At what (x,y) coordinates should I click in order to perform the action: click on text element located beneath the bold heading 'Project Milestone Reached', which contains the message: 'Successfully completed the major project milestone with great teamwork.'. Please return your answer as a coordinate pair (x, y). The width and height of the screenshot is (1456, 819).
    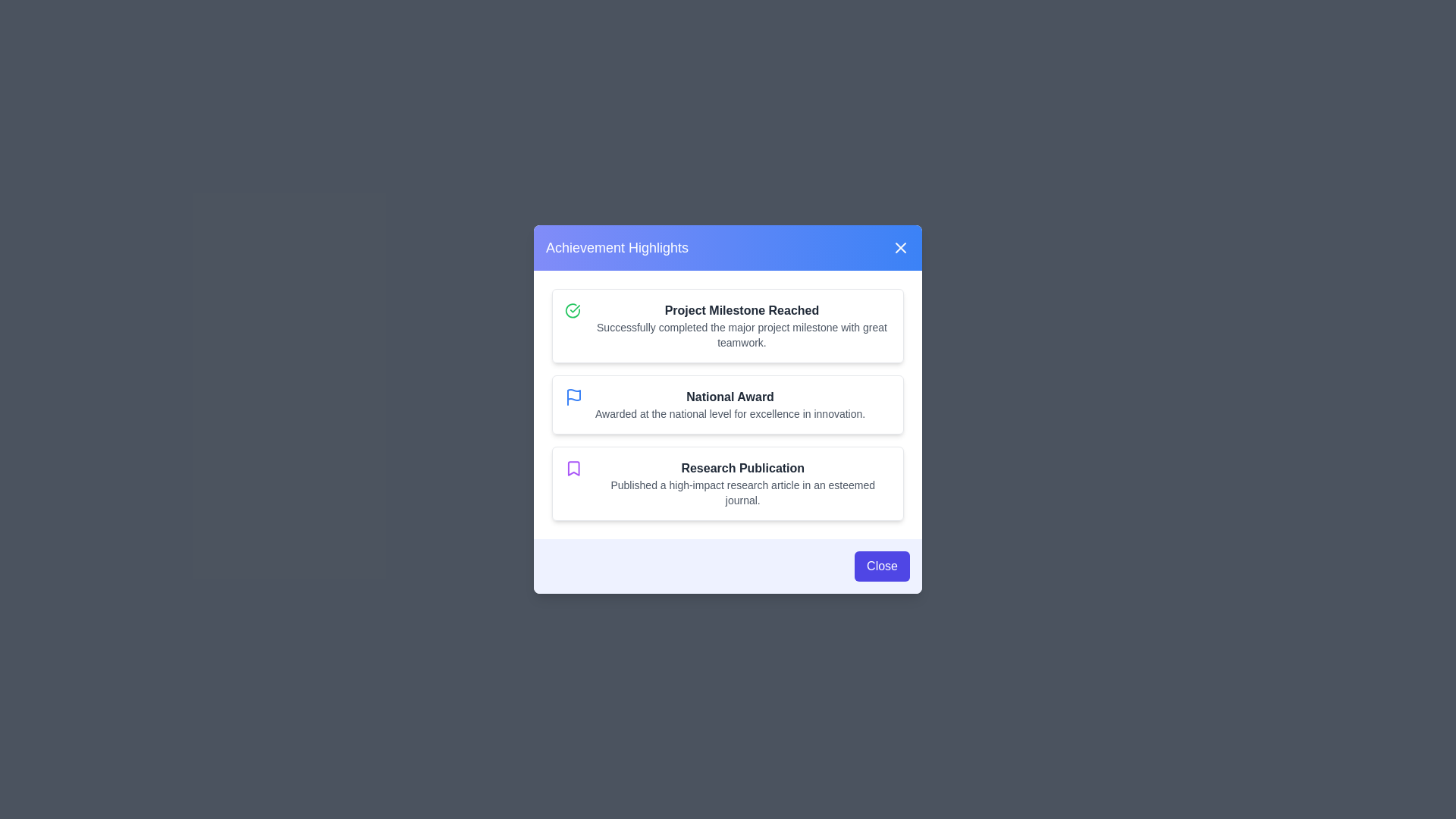
    Looking at the image, I should click on (742, 334).